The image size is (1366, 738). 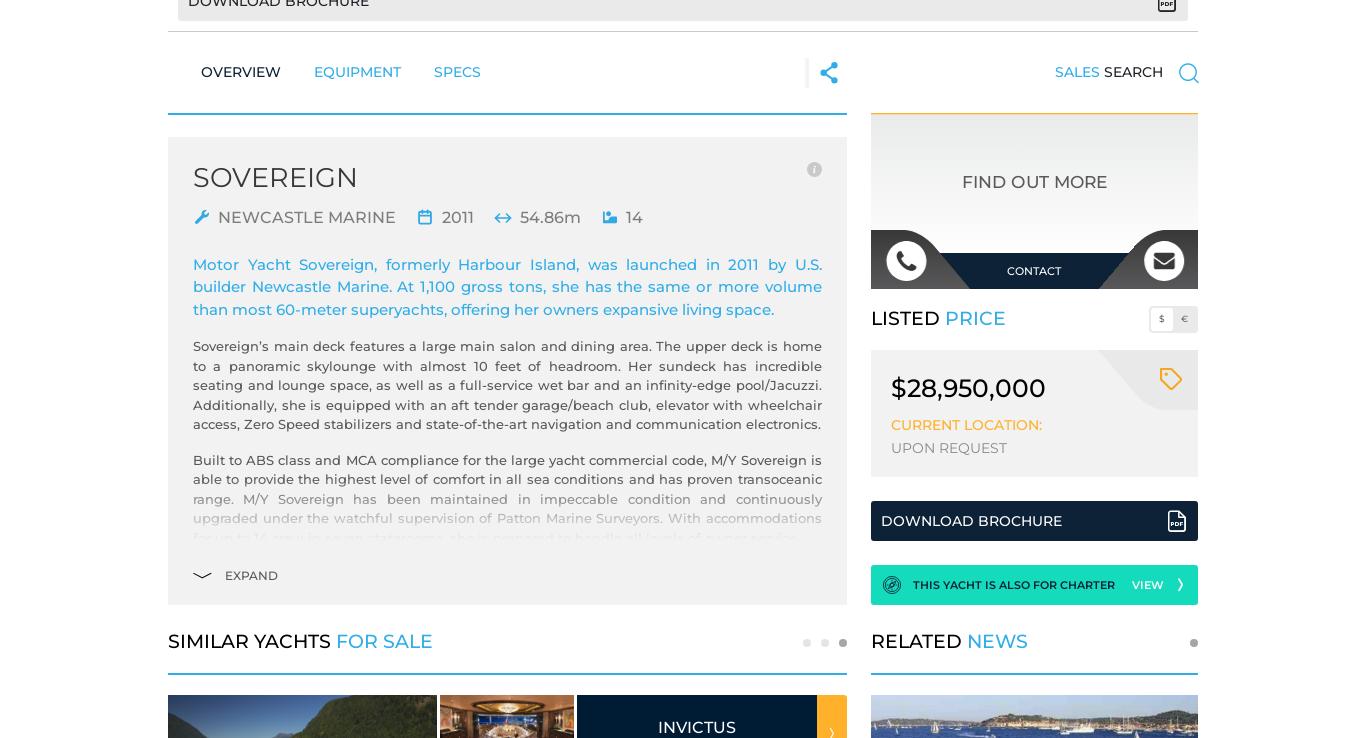 What do you see at coordinates (507, 640) in the screenshot?
I see `'Sovereign features six exceptionally appointed staterooms, ​including two master staterooms, collectively accommodating up to 16 guests. The upper master stateroom features a 270-degree view. The main-deck master offers guests incredible views through eight large oval windows.'` at bounding box center [507, 640].